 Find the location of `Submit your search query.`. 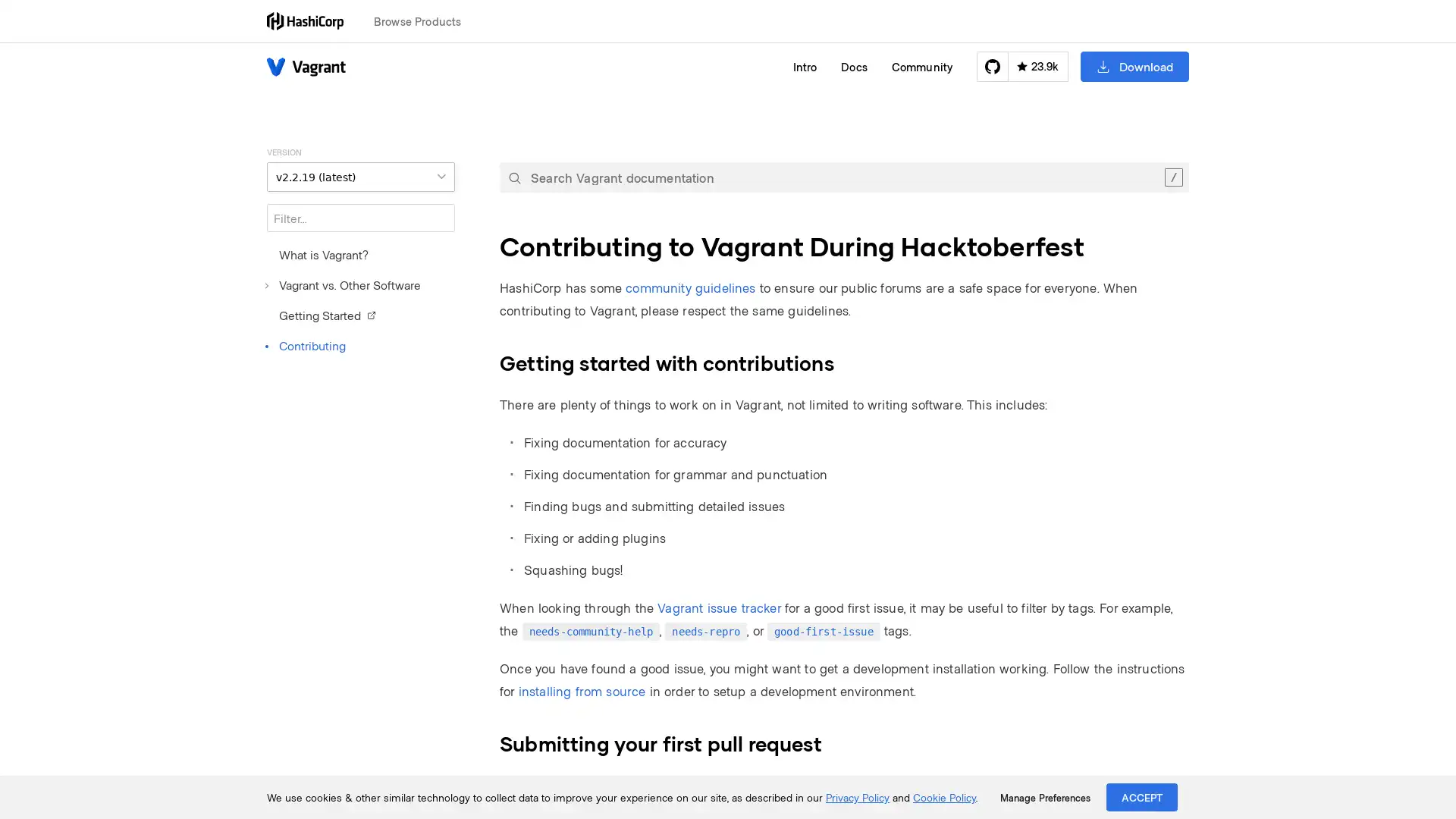

Submit your search query. is located at coordinates (514, 177).